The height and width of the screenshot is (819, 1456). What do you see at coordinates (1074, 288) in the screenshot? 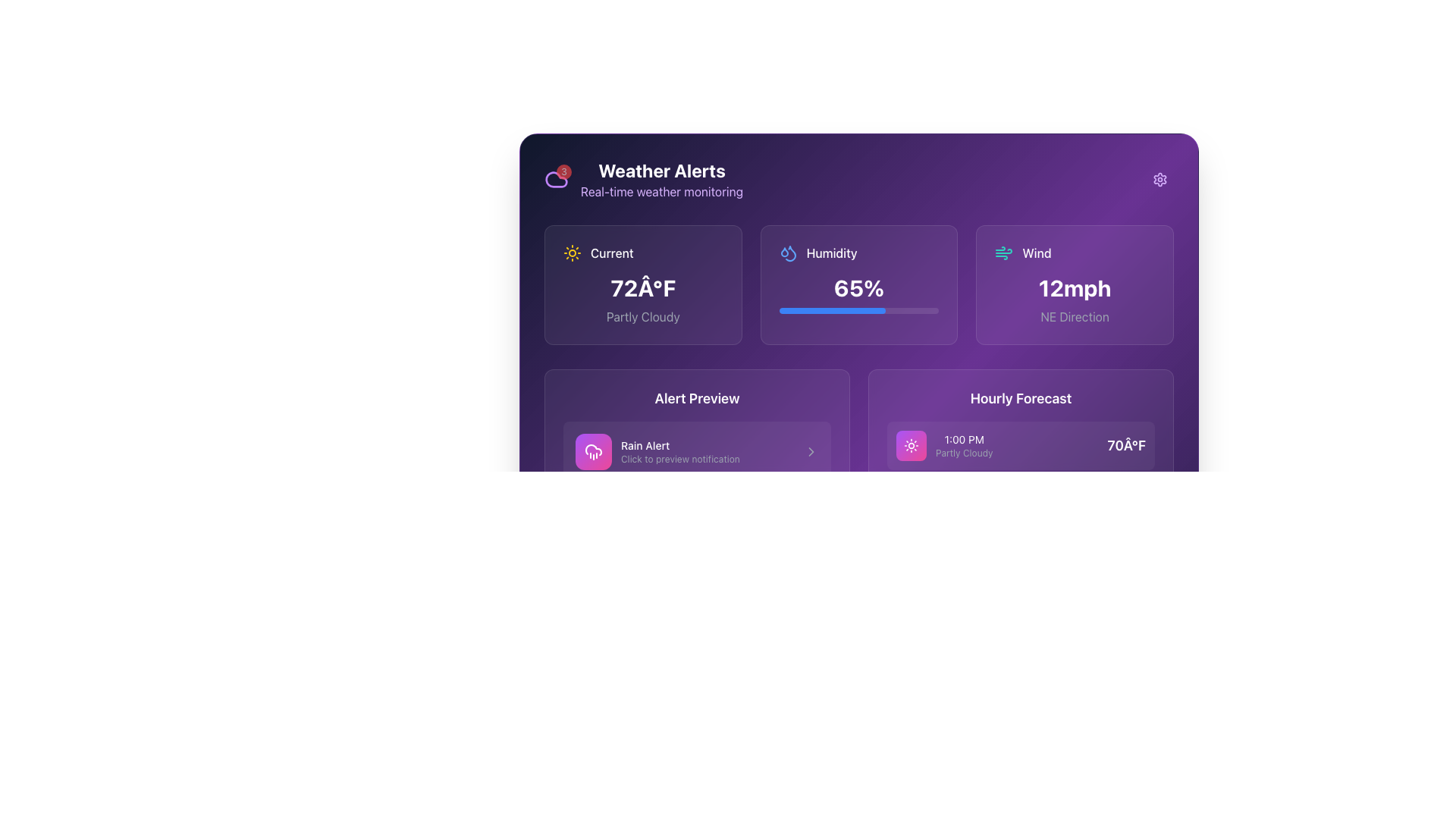
I see `the text block displaying the wind speed '12mph' located in the middle of the right section of the wind information card` at bounding box center [1074, 288].